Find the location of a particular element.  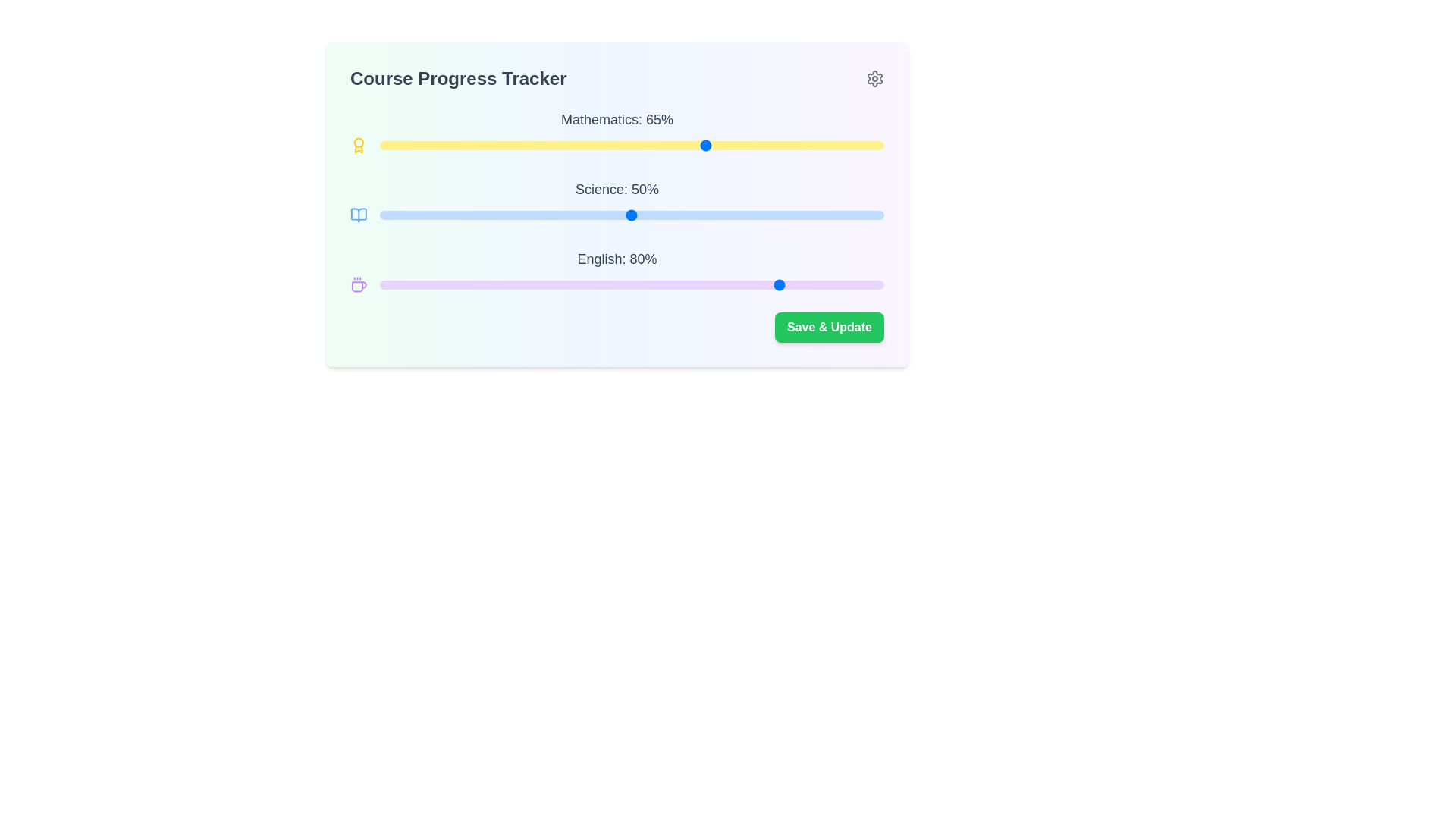

the Science progress slider is located at coordinates (651, 215).